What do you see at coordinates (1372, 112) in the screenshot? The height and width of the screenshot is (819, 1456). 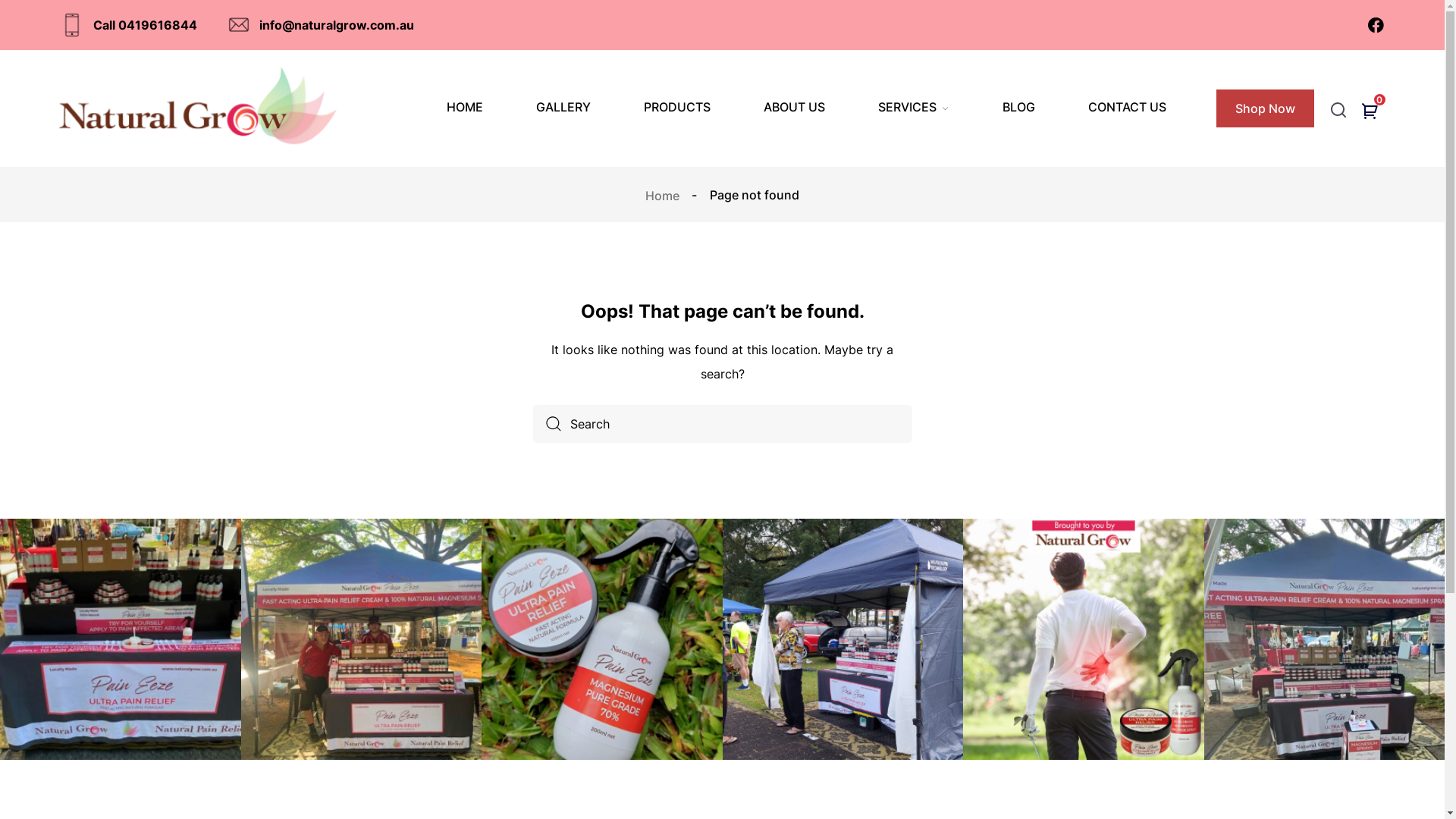 I see `'0'` at bounding box center [1372, 112].